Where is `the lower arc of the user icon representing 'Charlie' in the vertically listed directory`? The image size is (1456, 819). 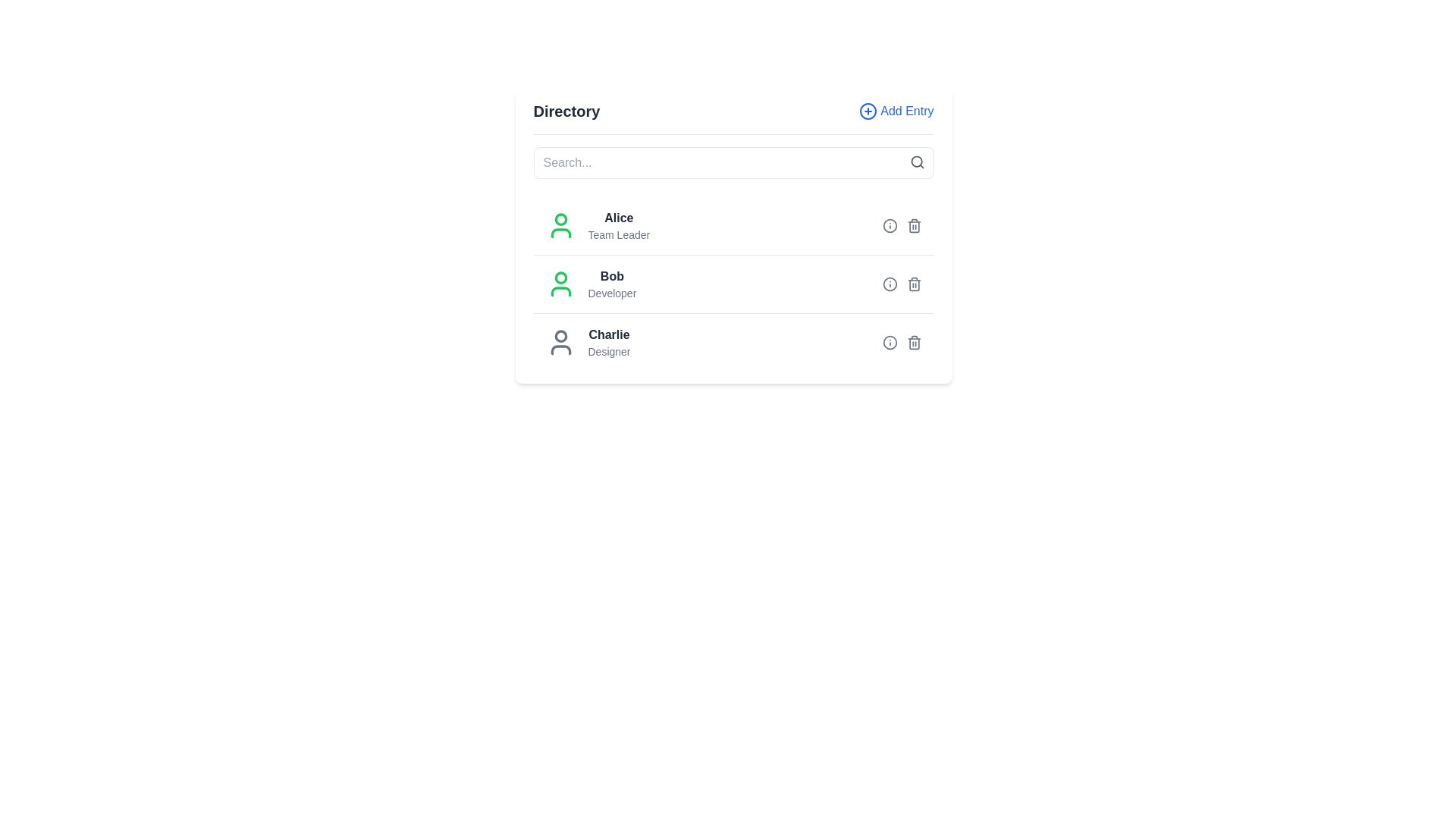 the lower arc of the user icon representing 'Charlie' in the vertically listed directory is located at coordinates (560, 350).